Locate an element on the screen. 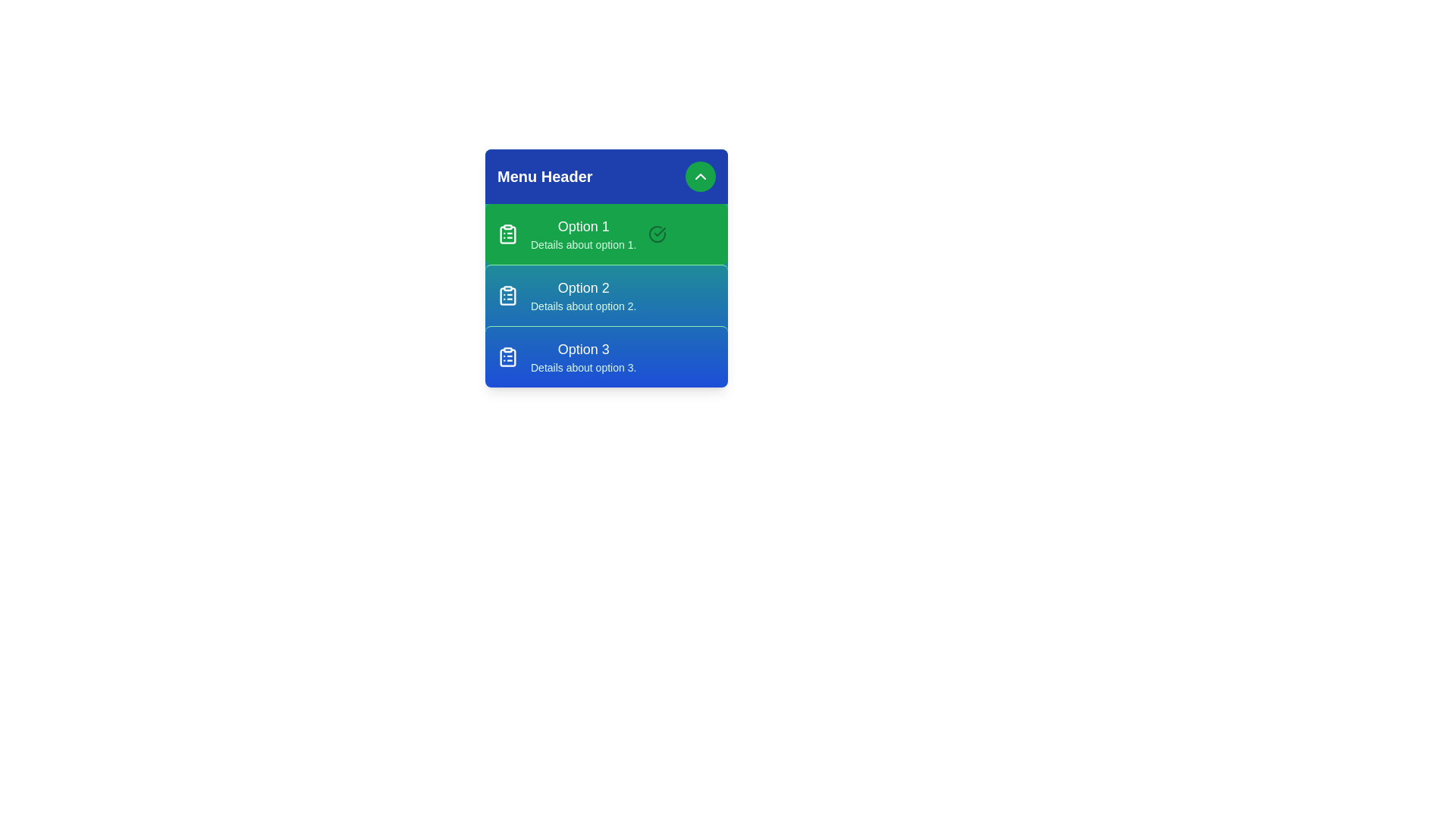 The height and width of the screenshot is (819, 1456). the menu option Option 1 to reveal its description is located at coordinates (607, 234).